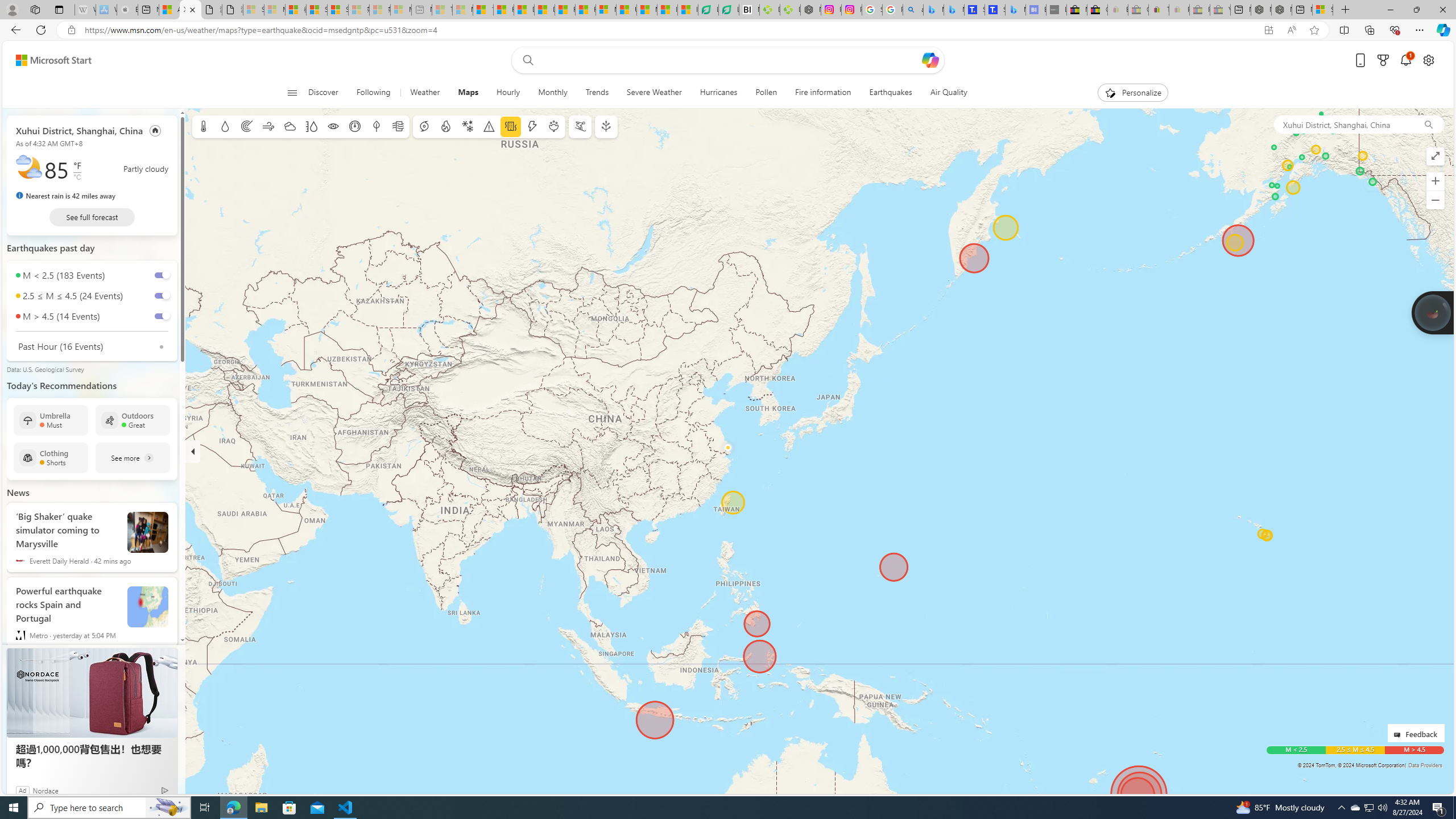 The height and width of the screenshot is (819, 1456). Describe the element at coordinates (274, 9) in the screenshot. I see `'Microsoft Services Agreement - Sleeping'` at that location.